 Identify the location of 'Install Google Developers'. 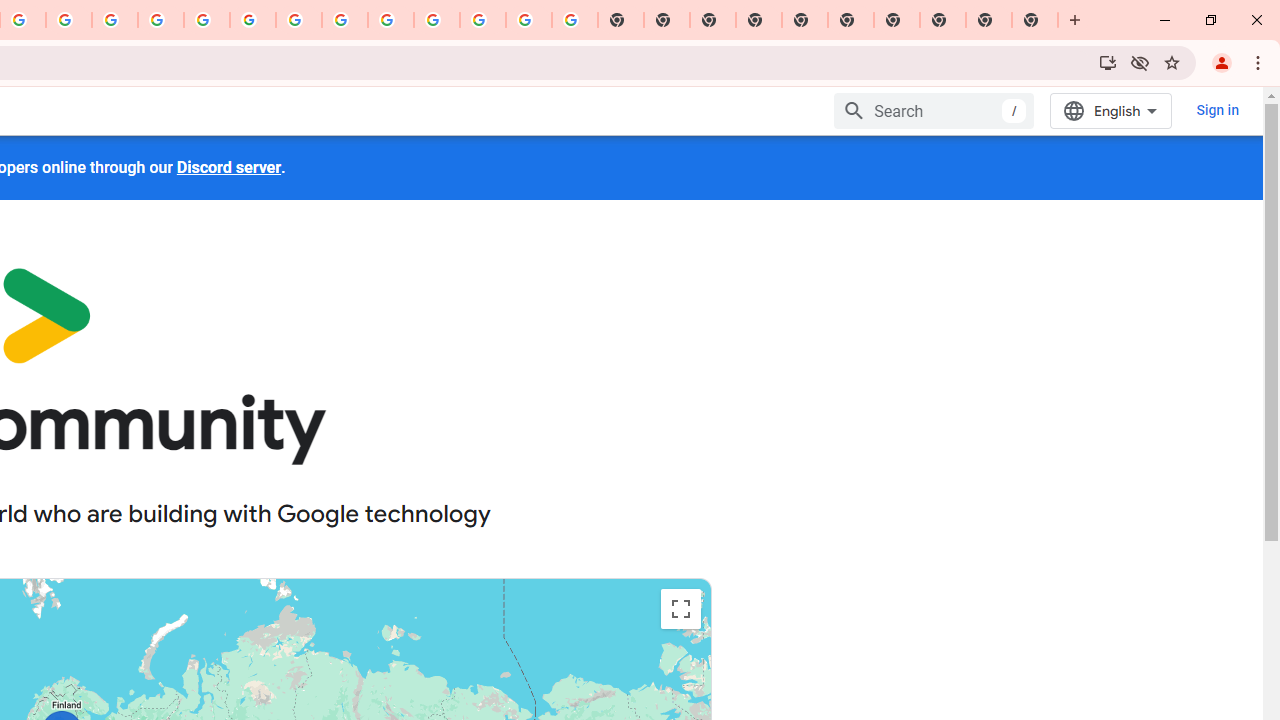
(1106, 61).